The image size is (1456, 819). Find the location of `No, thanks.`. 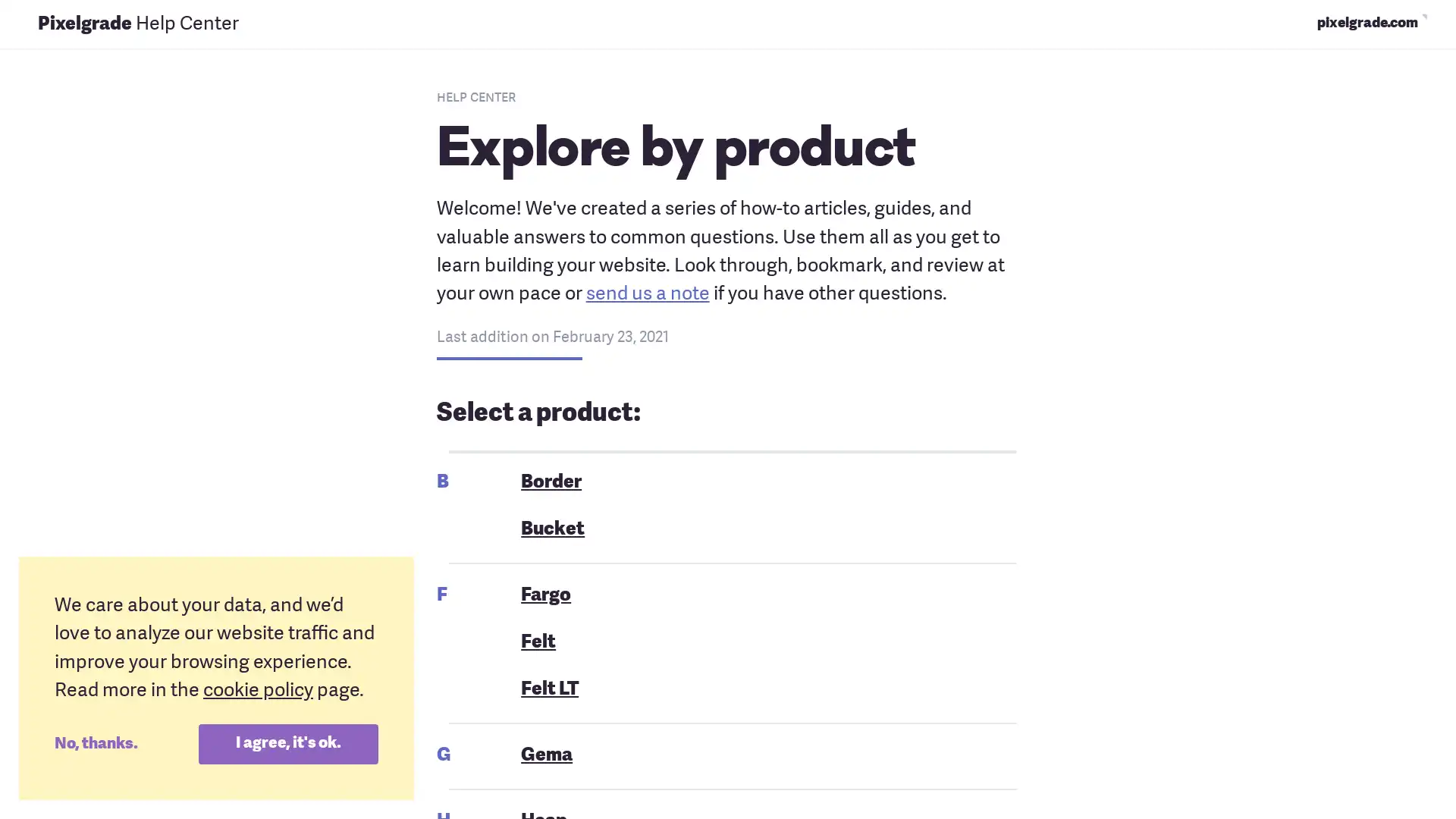

No, thanks. is located at coordinates (126, 742).